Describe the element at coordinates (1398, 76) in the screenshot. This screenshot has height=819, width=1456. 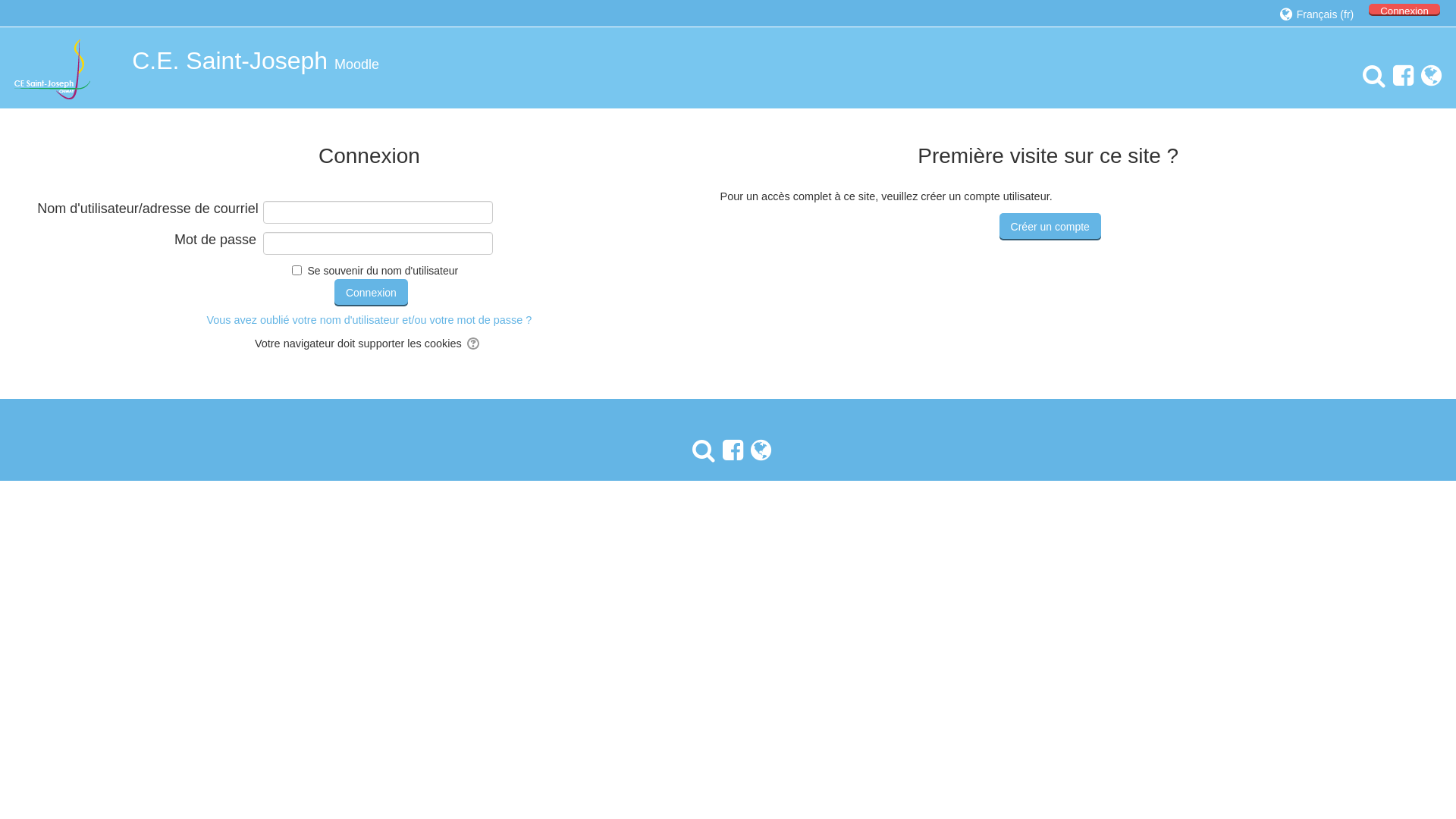
I see `'Facebook'` at that location.